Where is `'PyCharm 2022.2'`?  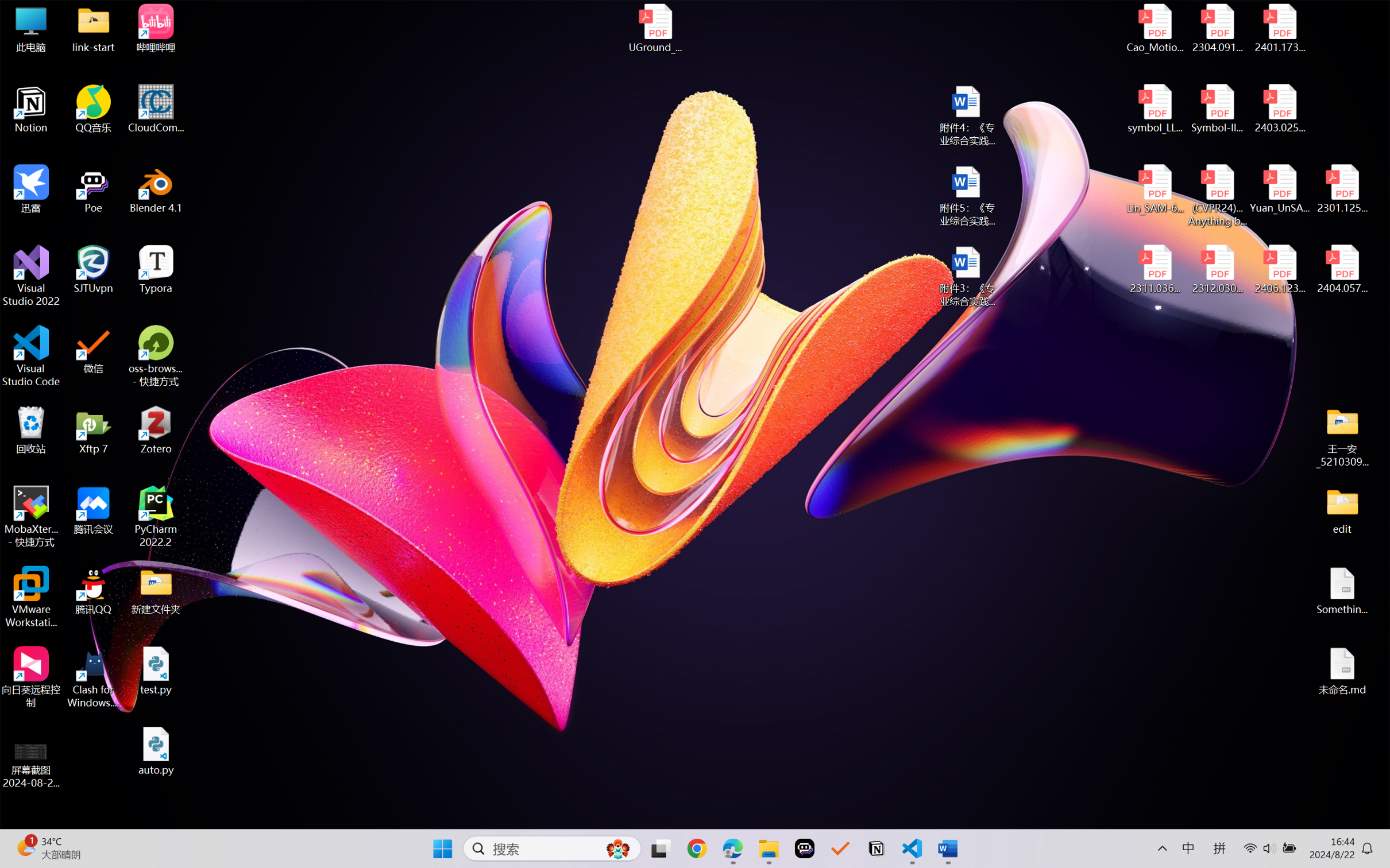 'PyCharm 2022.2' is located at coordinates (156, 517).